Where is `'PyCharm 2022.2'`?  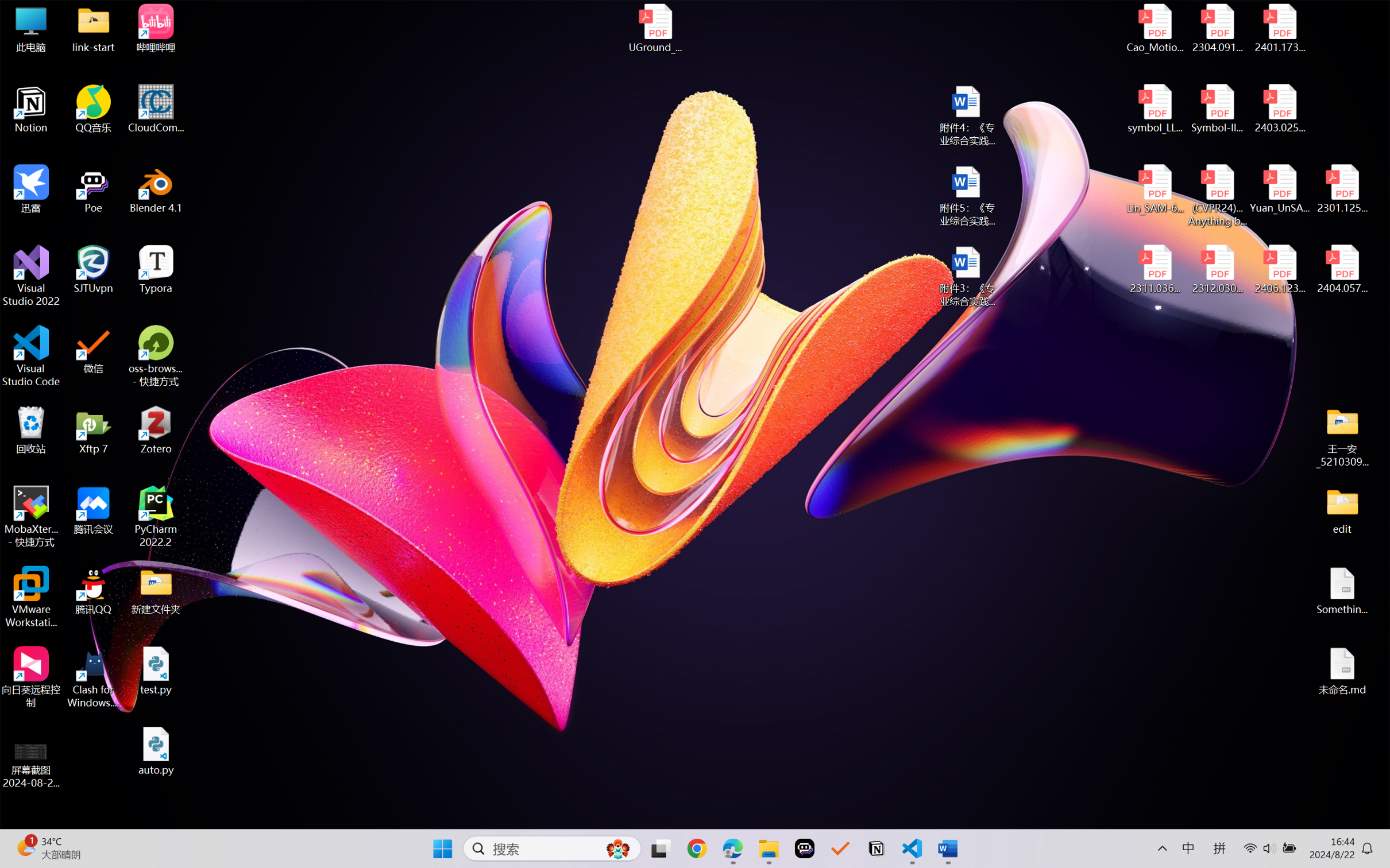 'PyCharm 2022.2' is located at coordinates (156, 517).